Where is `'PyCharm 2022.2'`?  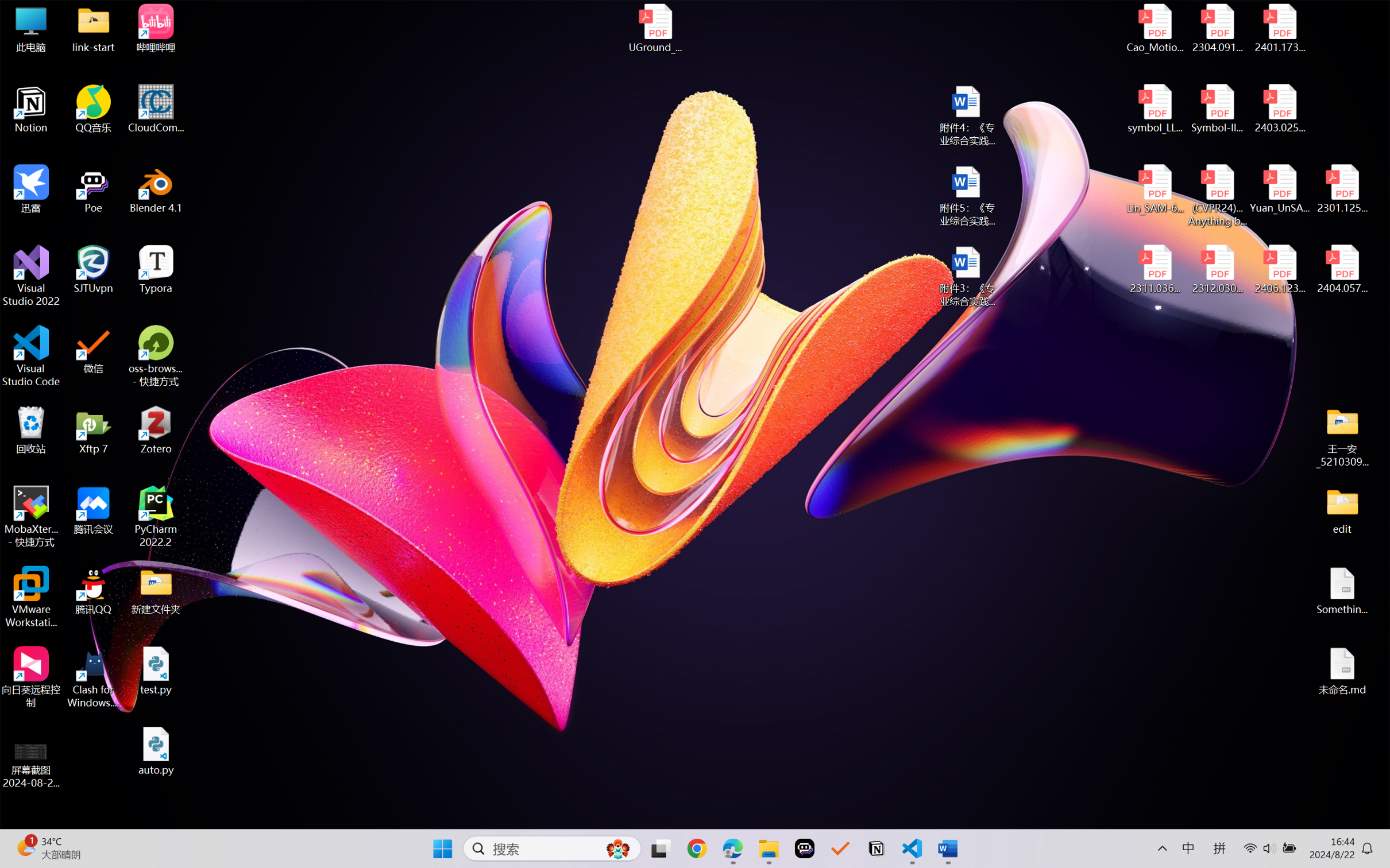 'PyCharm 2022.2' is located at coordinates (156, 517).